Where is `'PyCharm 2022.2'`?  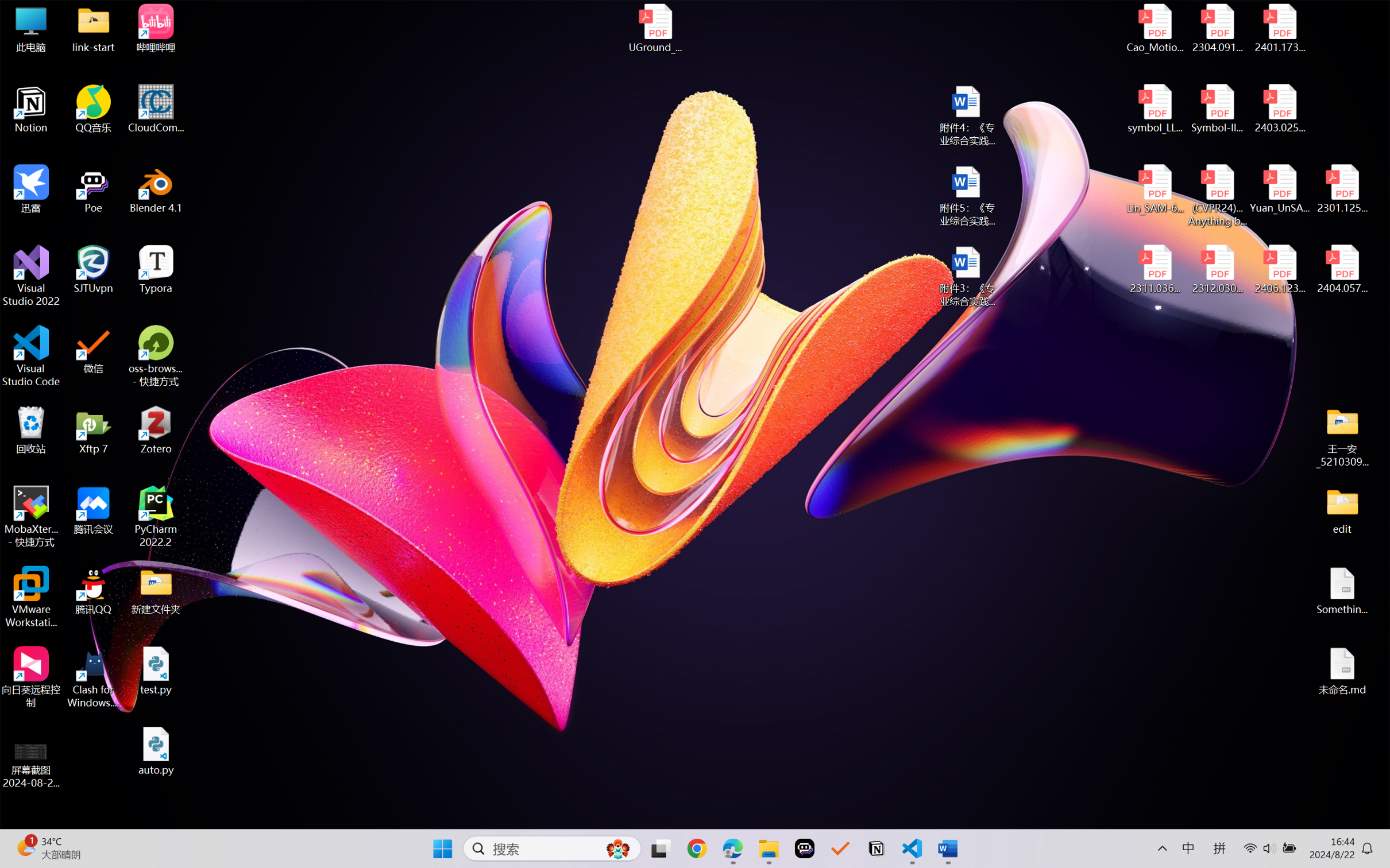 'PyCharm 2022.2' is located at coordinates (156, 517).